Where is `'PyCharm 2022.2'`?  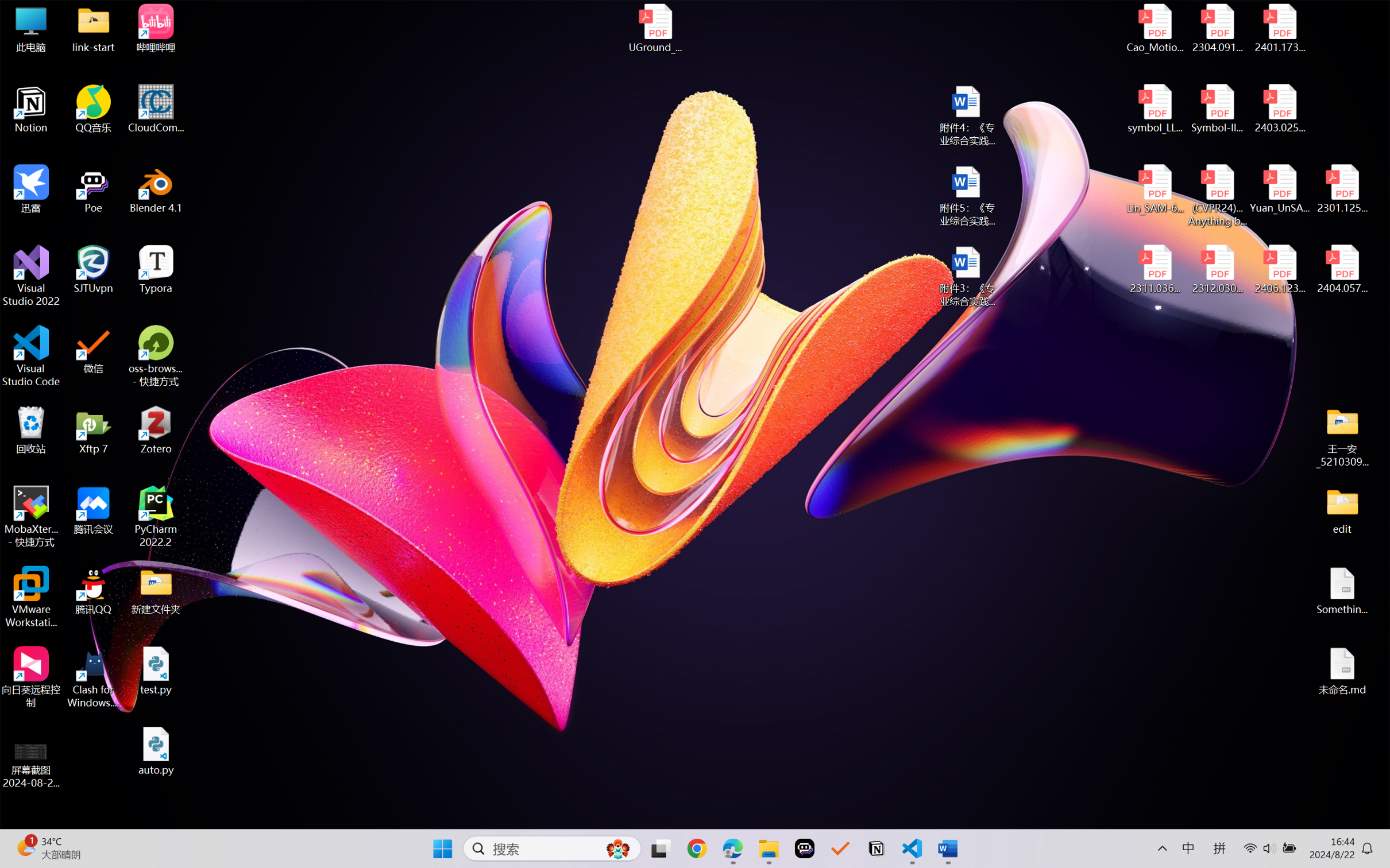 'PyCharm 2022.2' is located at coordinates (156, 517).